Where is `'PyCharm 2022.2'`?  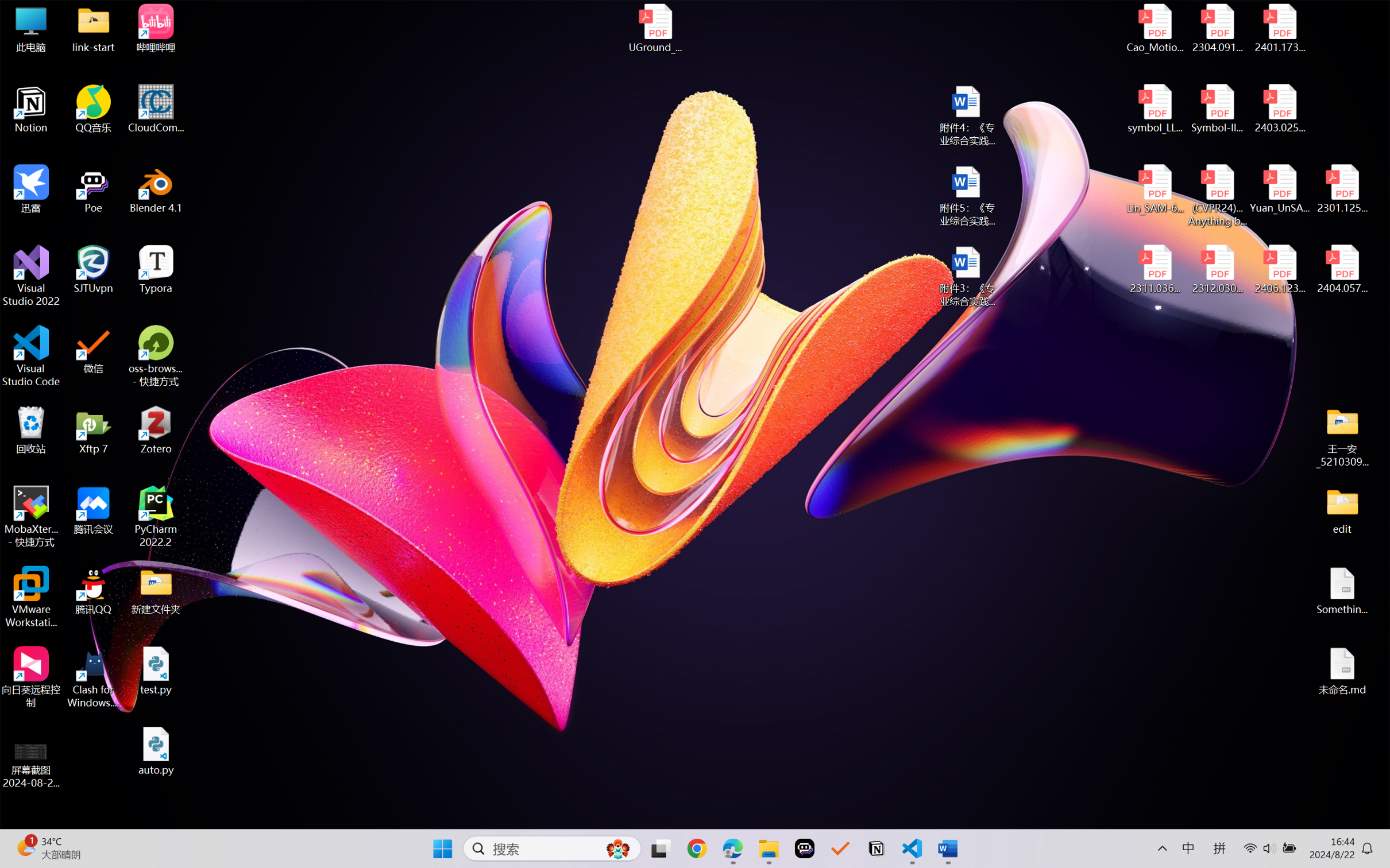 'PyCharm 2022.2' is located at coordinates (156, 517).